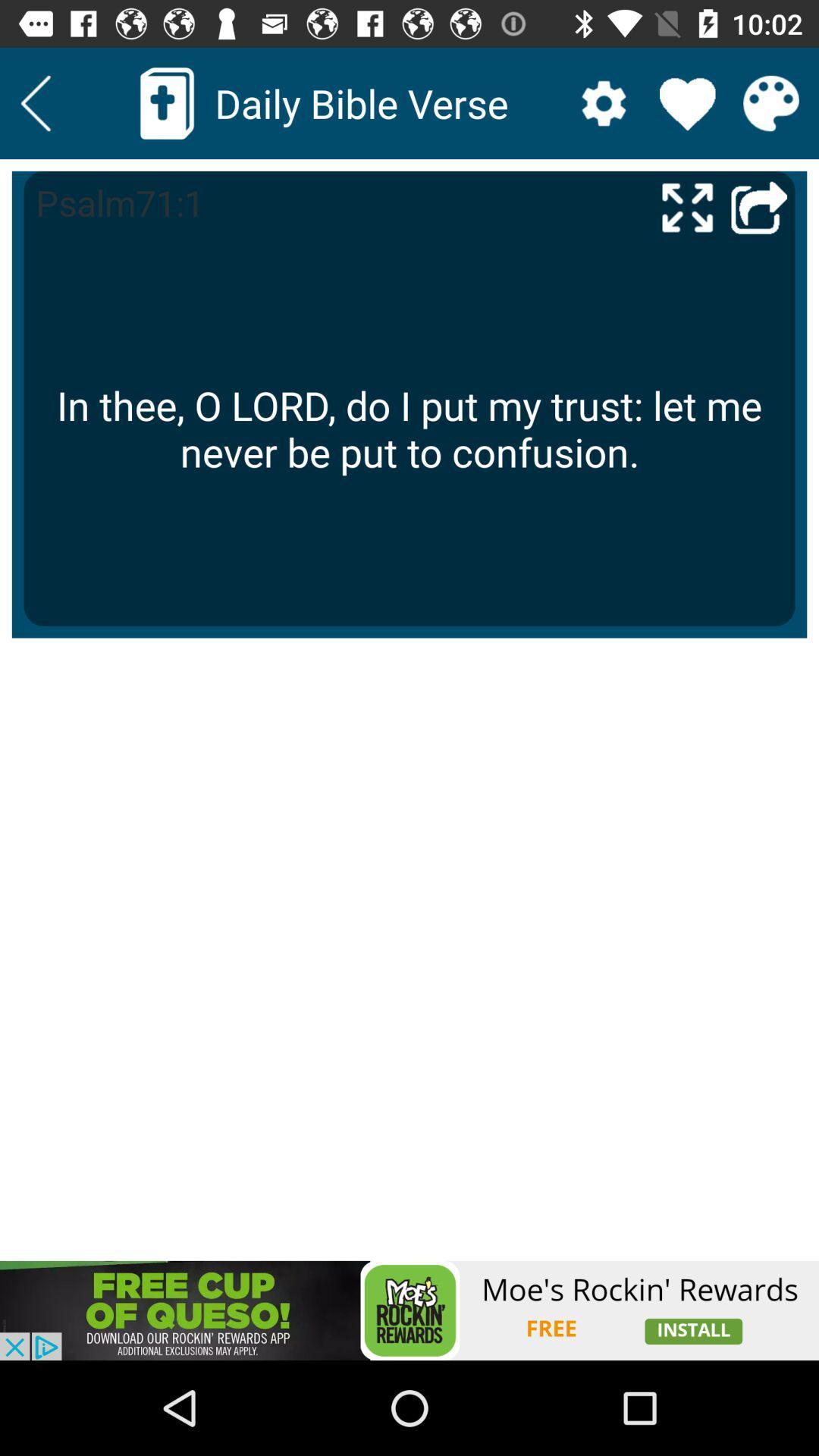 Image resolution: width=819 pixels, height=1456 pixels. I want to click on open settings, so click(603, 102).